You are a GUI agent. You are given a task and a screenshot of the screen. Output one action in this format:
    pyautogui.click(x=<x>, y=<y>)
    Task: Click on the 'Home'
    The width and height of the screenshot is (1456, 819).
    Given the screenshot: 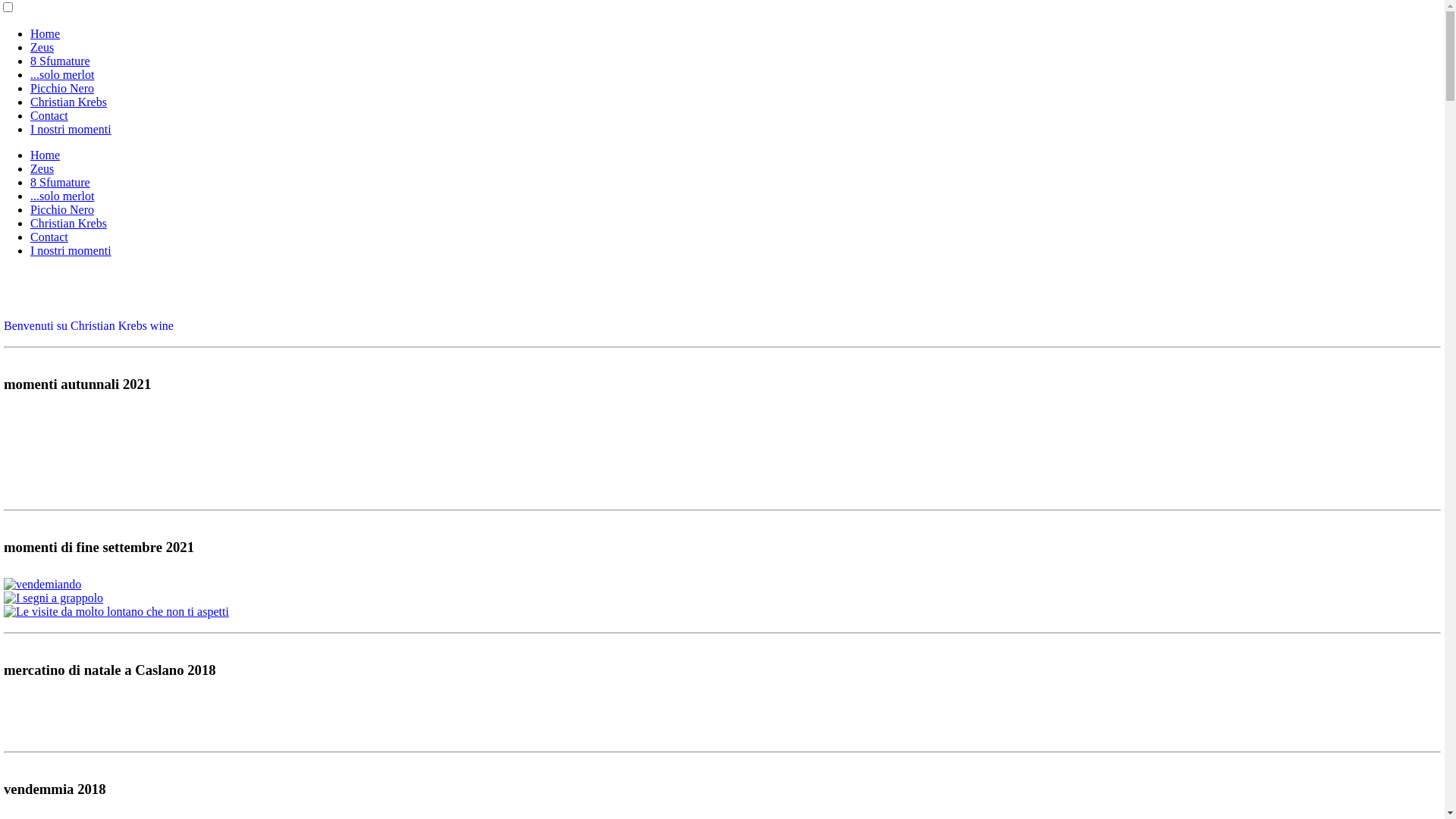 What is the action you would take?
    pyautogui.click(x=30, y=33)
    